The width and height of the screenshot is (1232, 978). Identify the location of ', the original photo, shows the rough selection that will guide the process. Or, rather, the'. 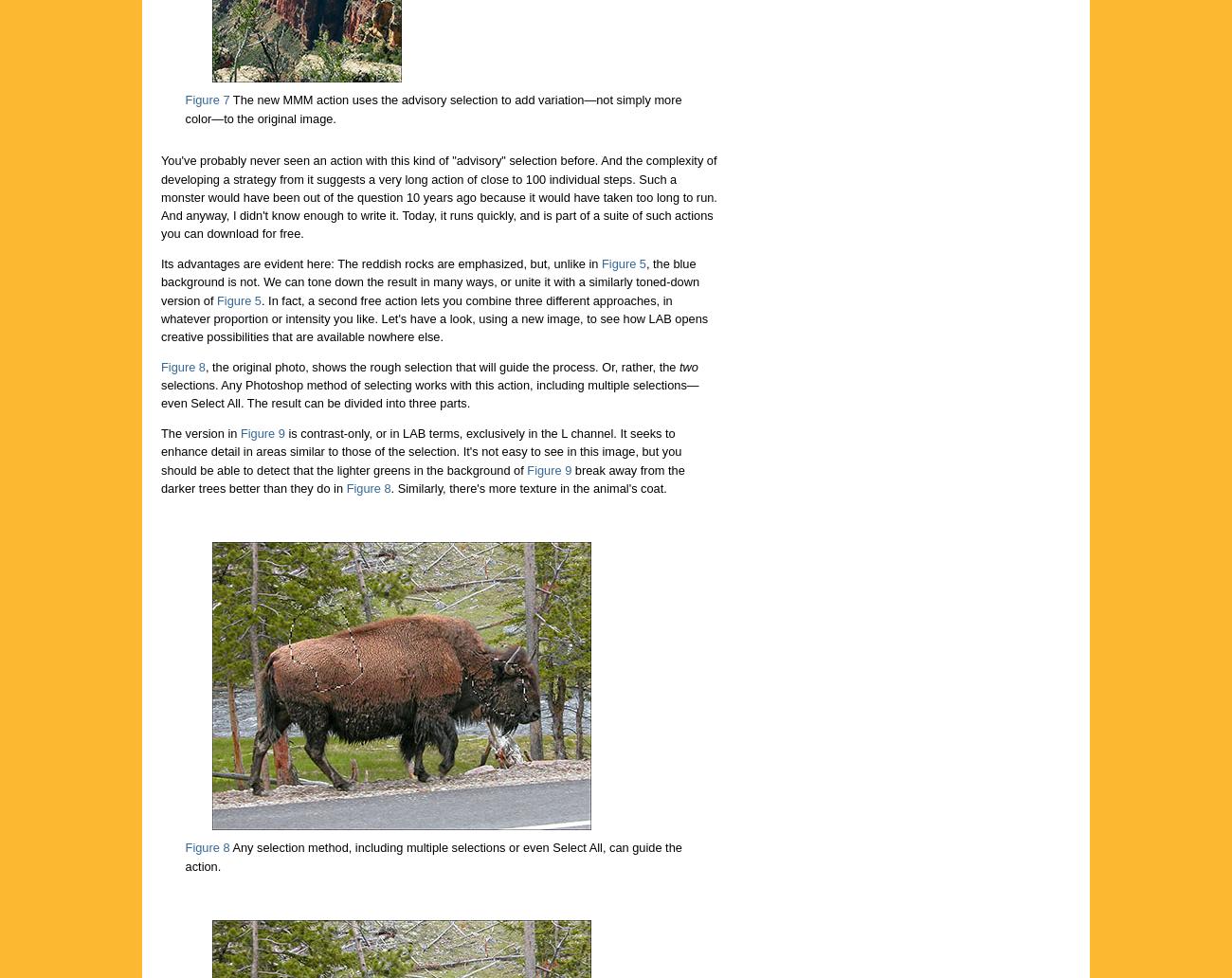
(441, 366).